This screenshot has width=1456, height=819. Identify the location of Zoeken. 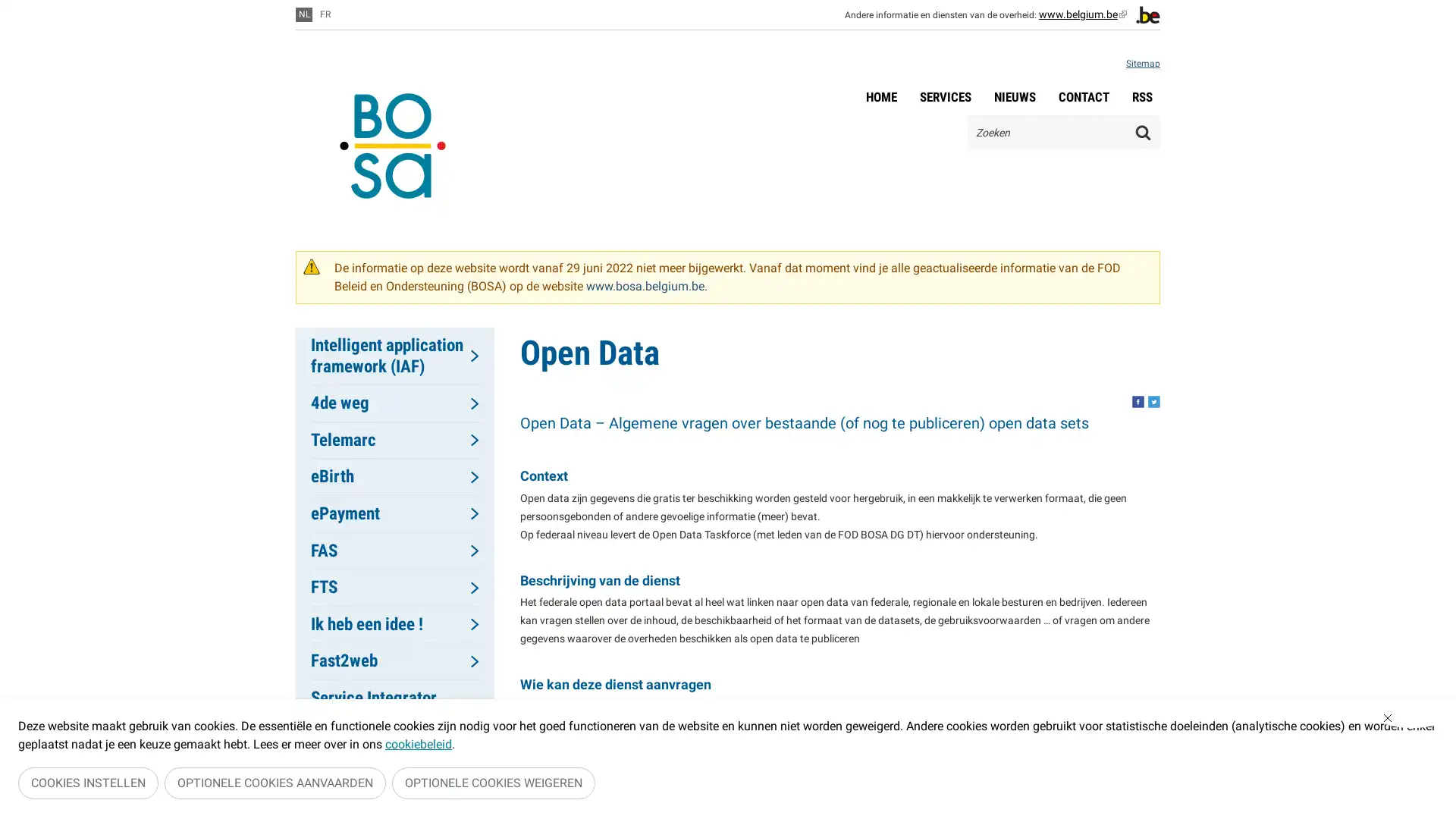
(1143, 131).